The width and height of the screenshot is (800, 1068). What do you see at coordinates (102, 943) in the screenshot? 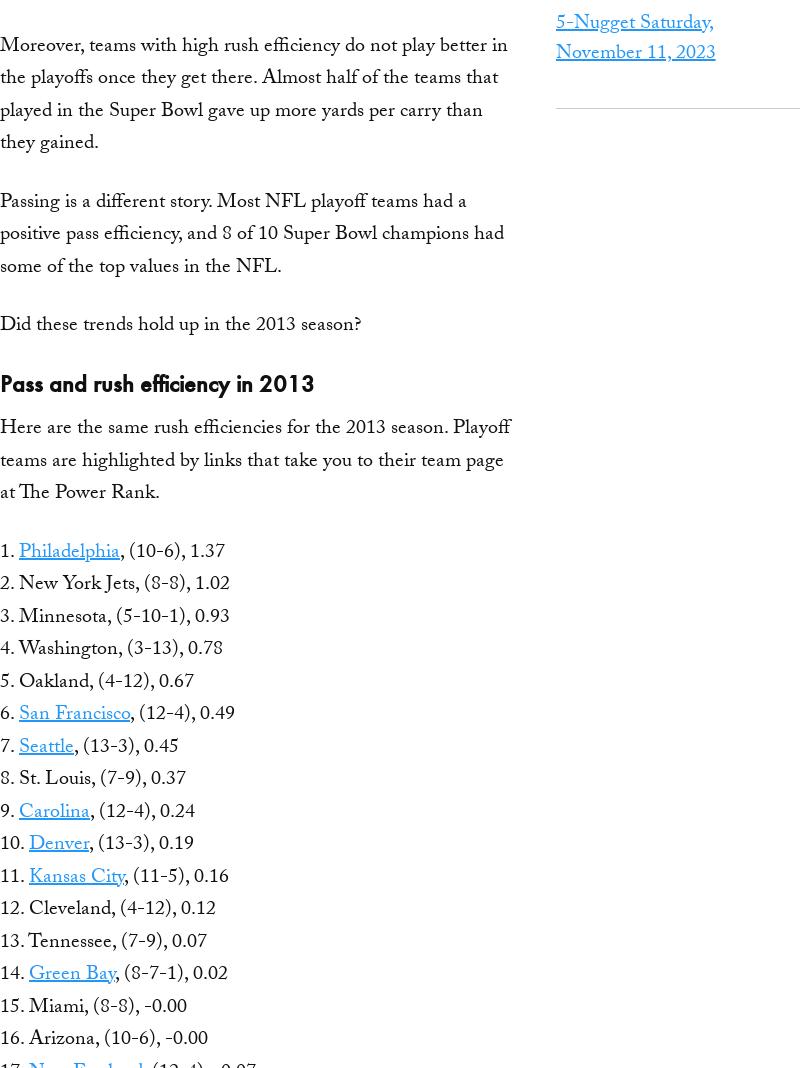
I see `'13. Tennessee, (7-9), 0.07'` at bounding box center [102, 943].